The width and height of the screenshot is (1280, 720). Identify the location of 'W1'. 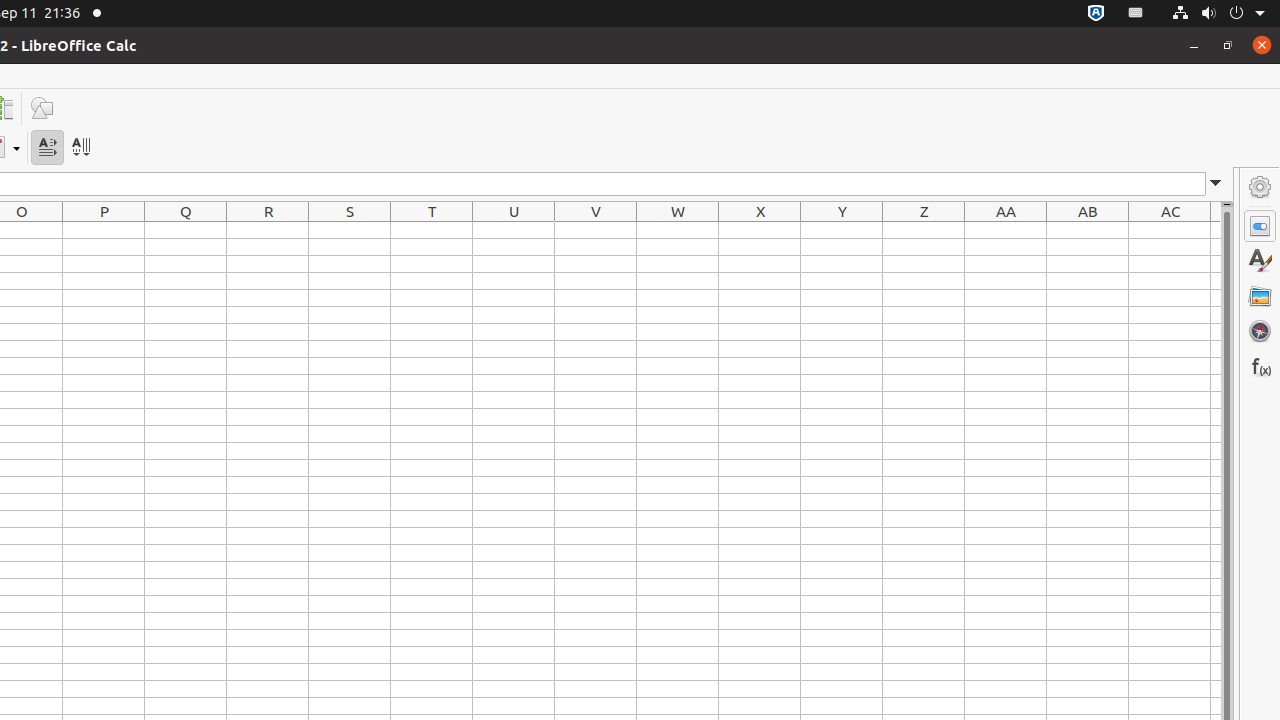
(678, 229).